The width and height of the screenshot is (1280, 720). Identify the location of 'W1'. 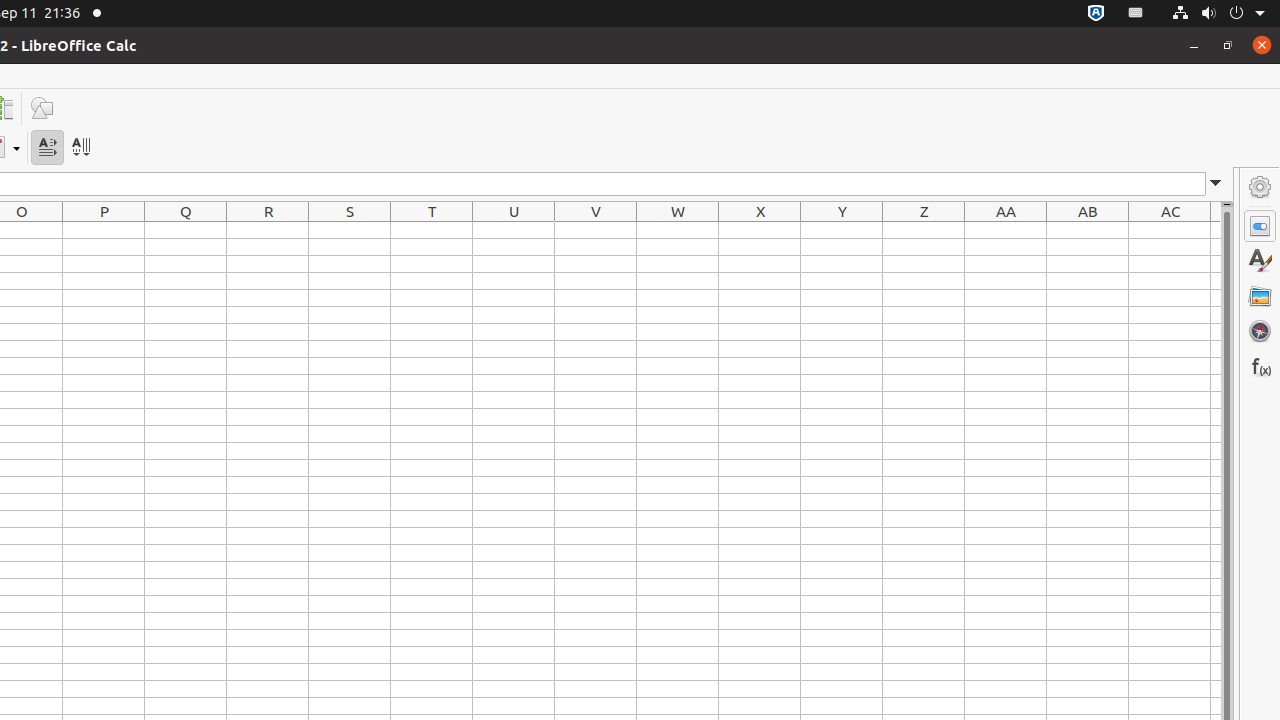
(678, 229).